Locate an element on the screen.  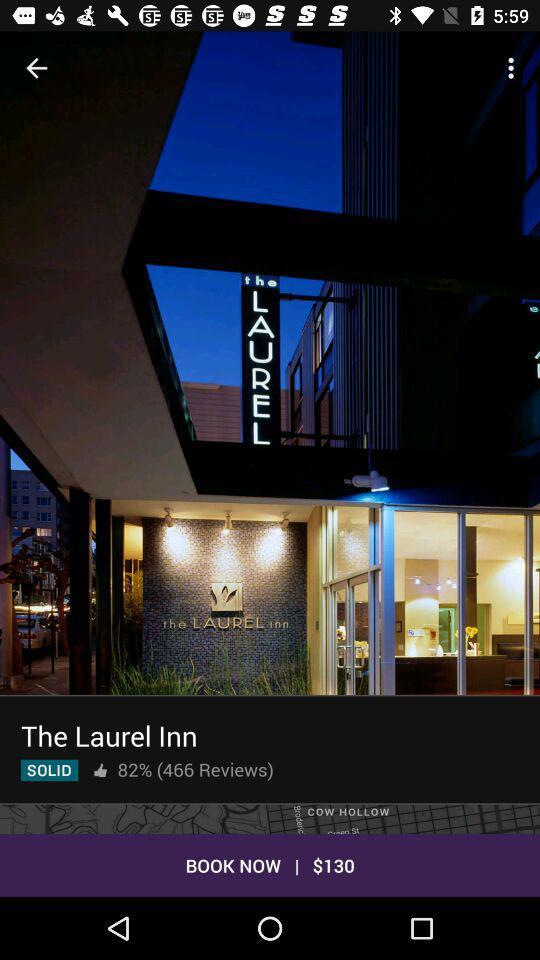
book now   |   $130 is located at coordinates (270, 864).